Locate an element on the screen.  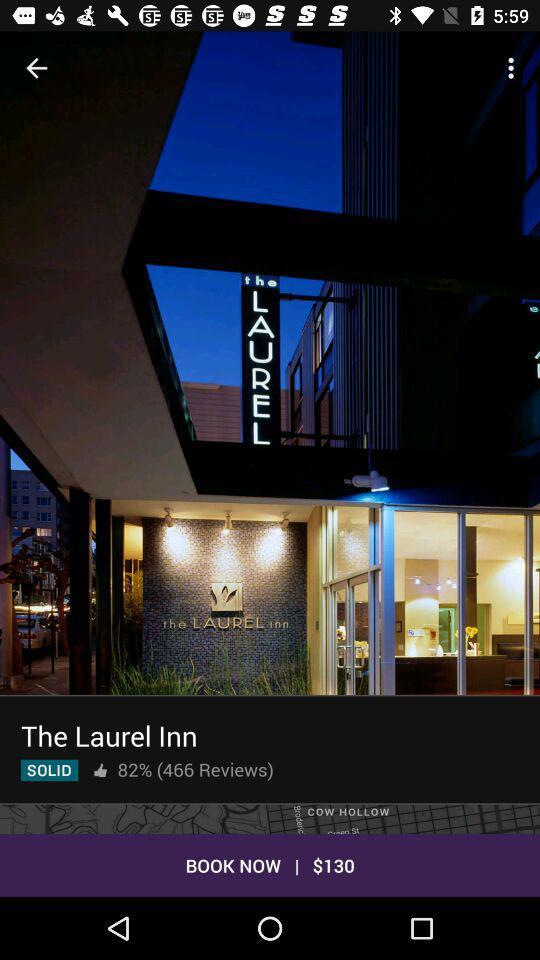
book now   |   $130 is located at coordinates (270, 864).